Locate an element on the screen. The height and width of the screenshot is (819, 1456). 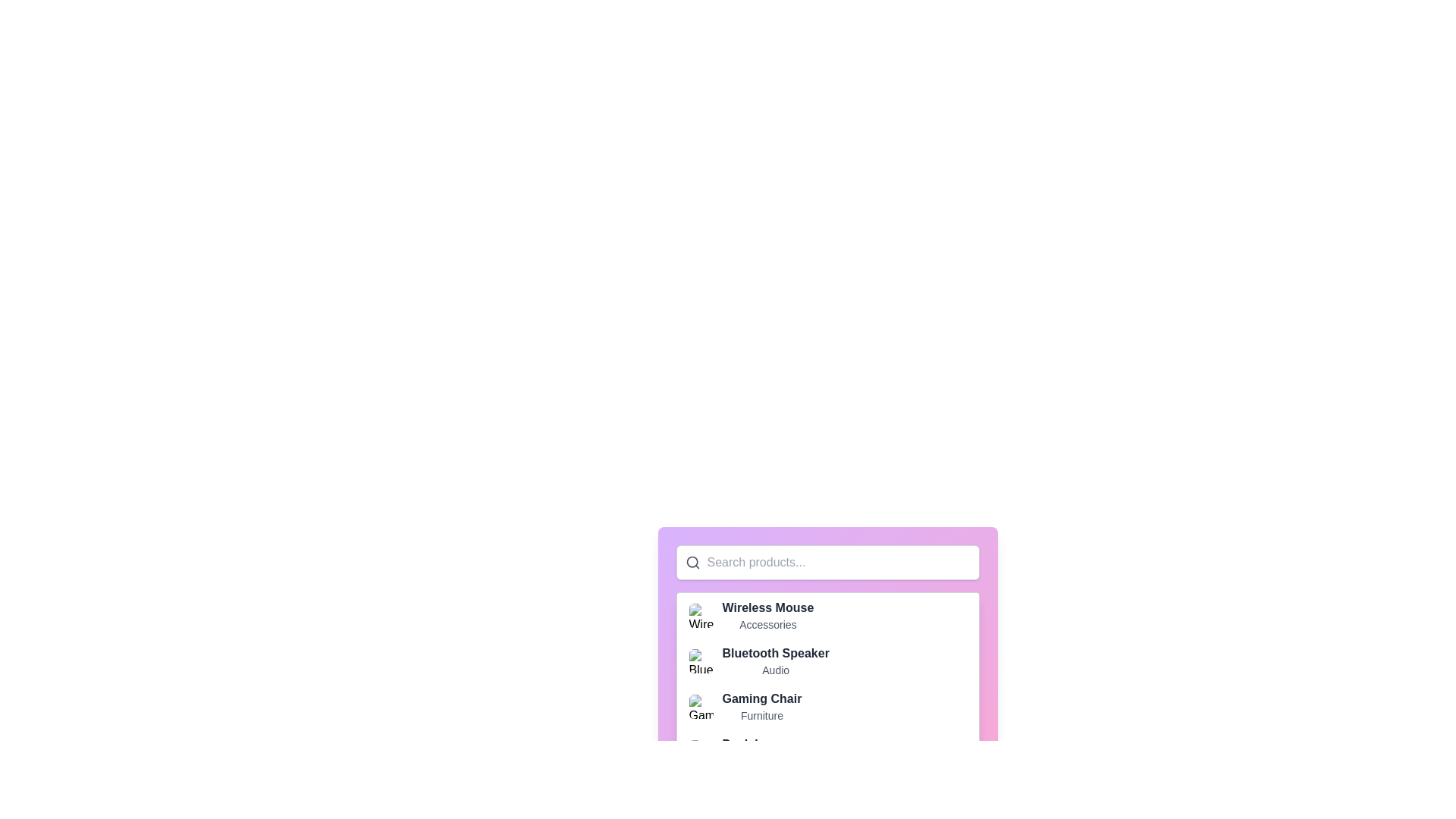
the second item in the list, labeled 'Bluetooth Speaker' is located at coordinates (827, 659).